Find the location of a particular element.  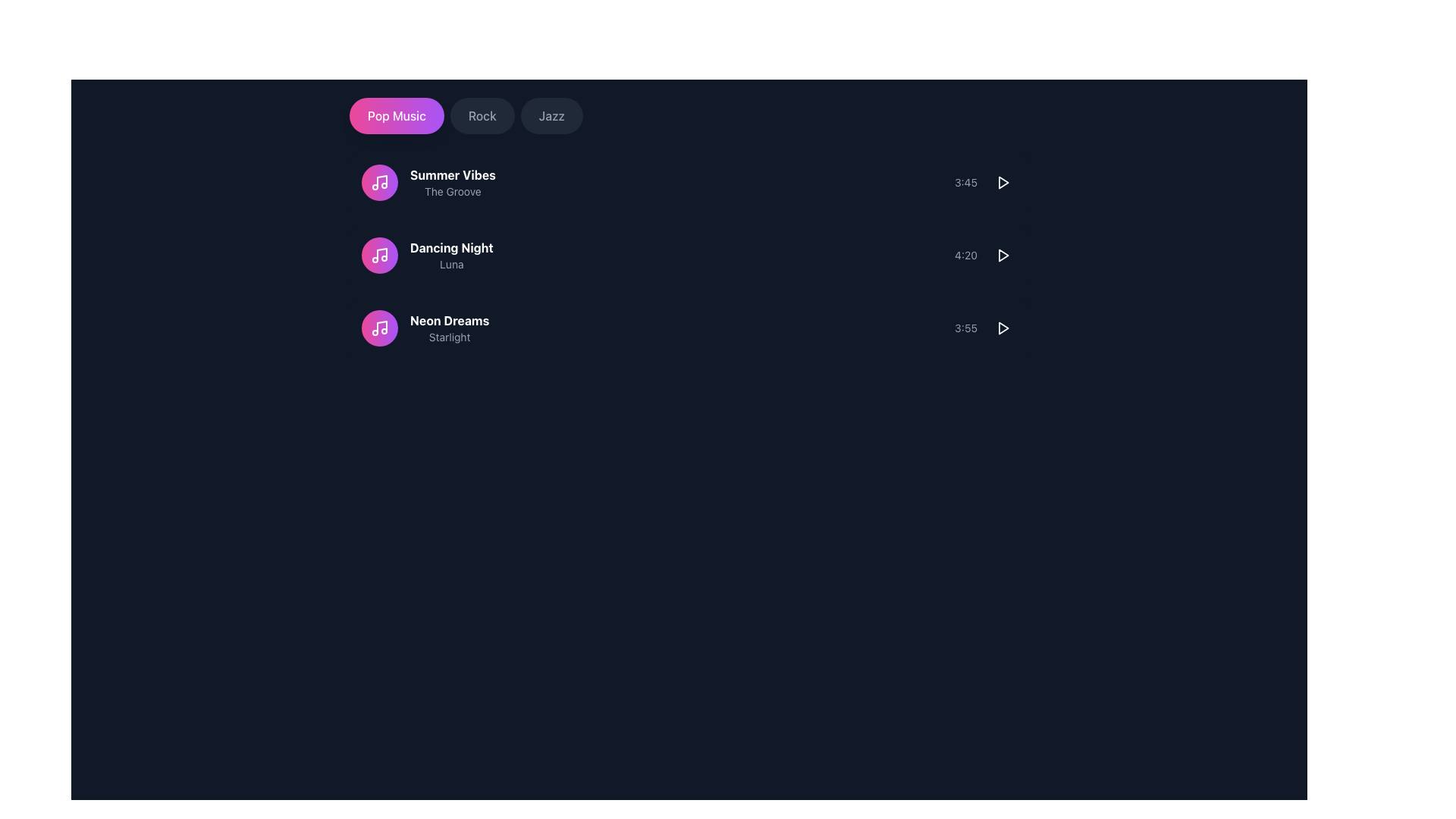

the text label displaying 'Starlight' that is located beneath the header 'Neon Dreams' in the music track listing is located at coordinates (449, 336).